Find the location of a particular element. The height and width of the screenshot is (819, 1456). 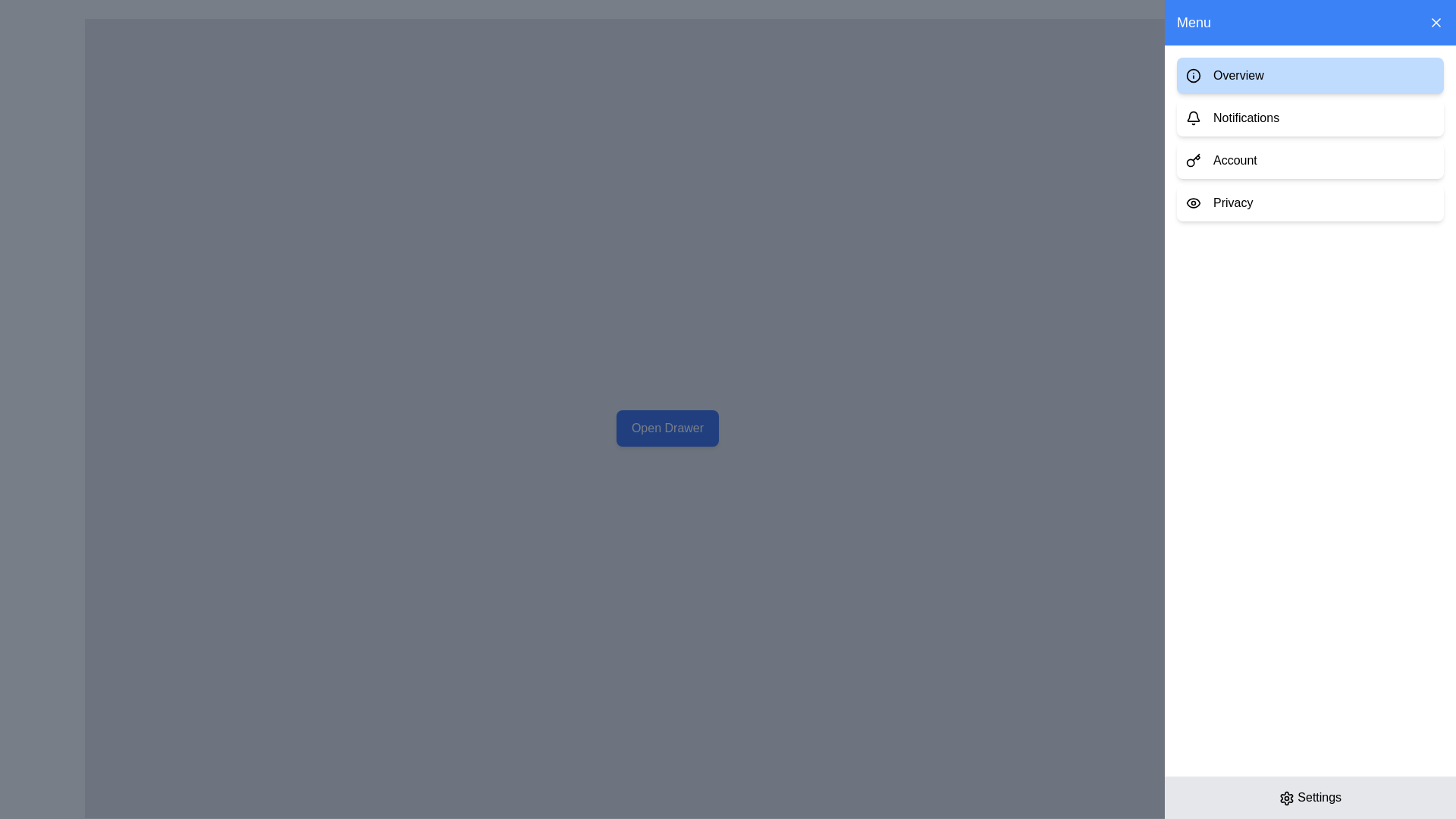

the associated menu option is located at coordinates (1193, 76).